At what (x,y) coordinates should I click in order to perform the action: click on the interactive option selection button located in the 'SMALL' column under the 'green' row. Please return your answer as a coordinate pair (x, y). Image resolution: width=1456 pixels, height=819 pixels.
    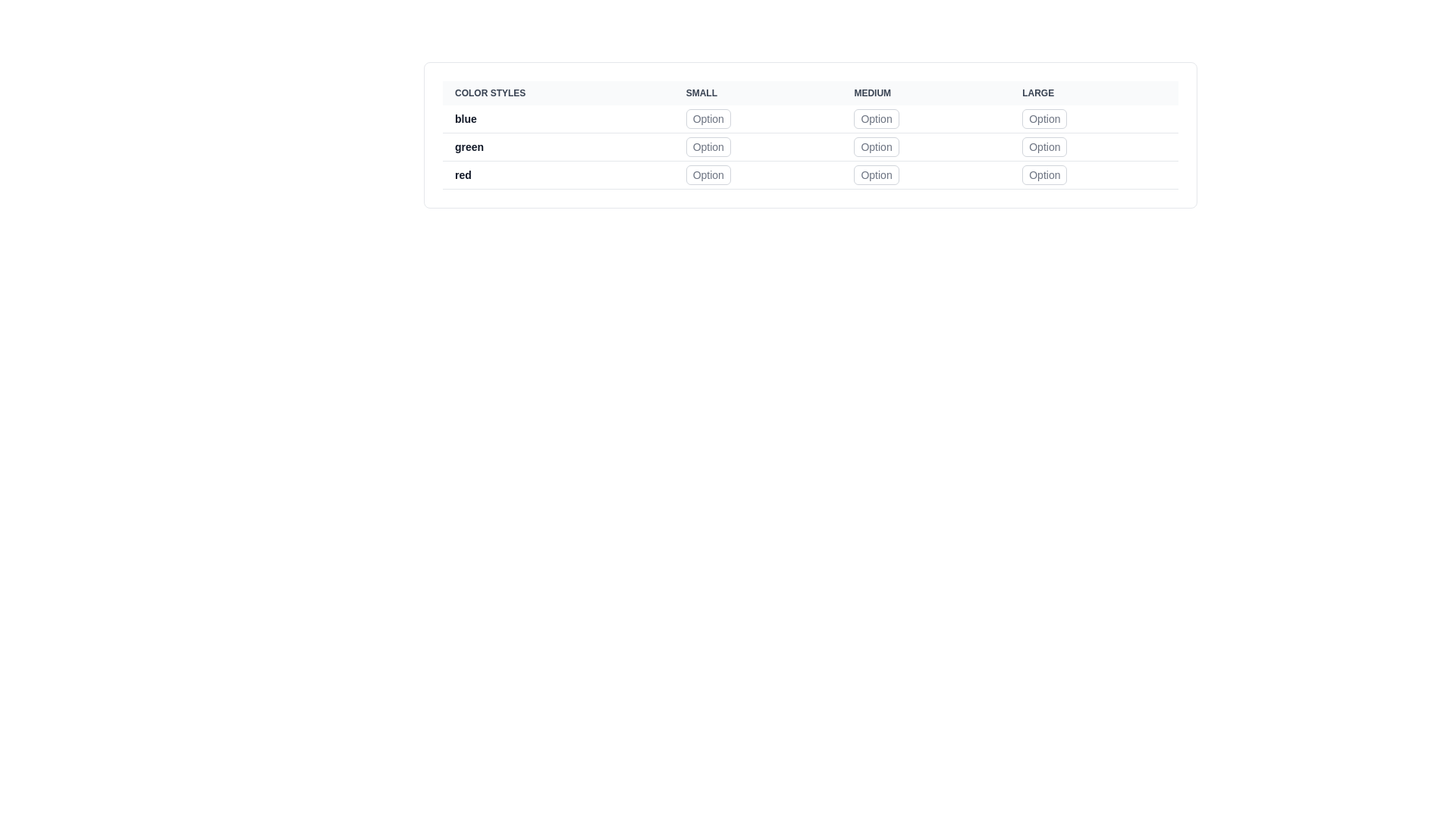
    Looking at the image, I should click on (708, 146).